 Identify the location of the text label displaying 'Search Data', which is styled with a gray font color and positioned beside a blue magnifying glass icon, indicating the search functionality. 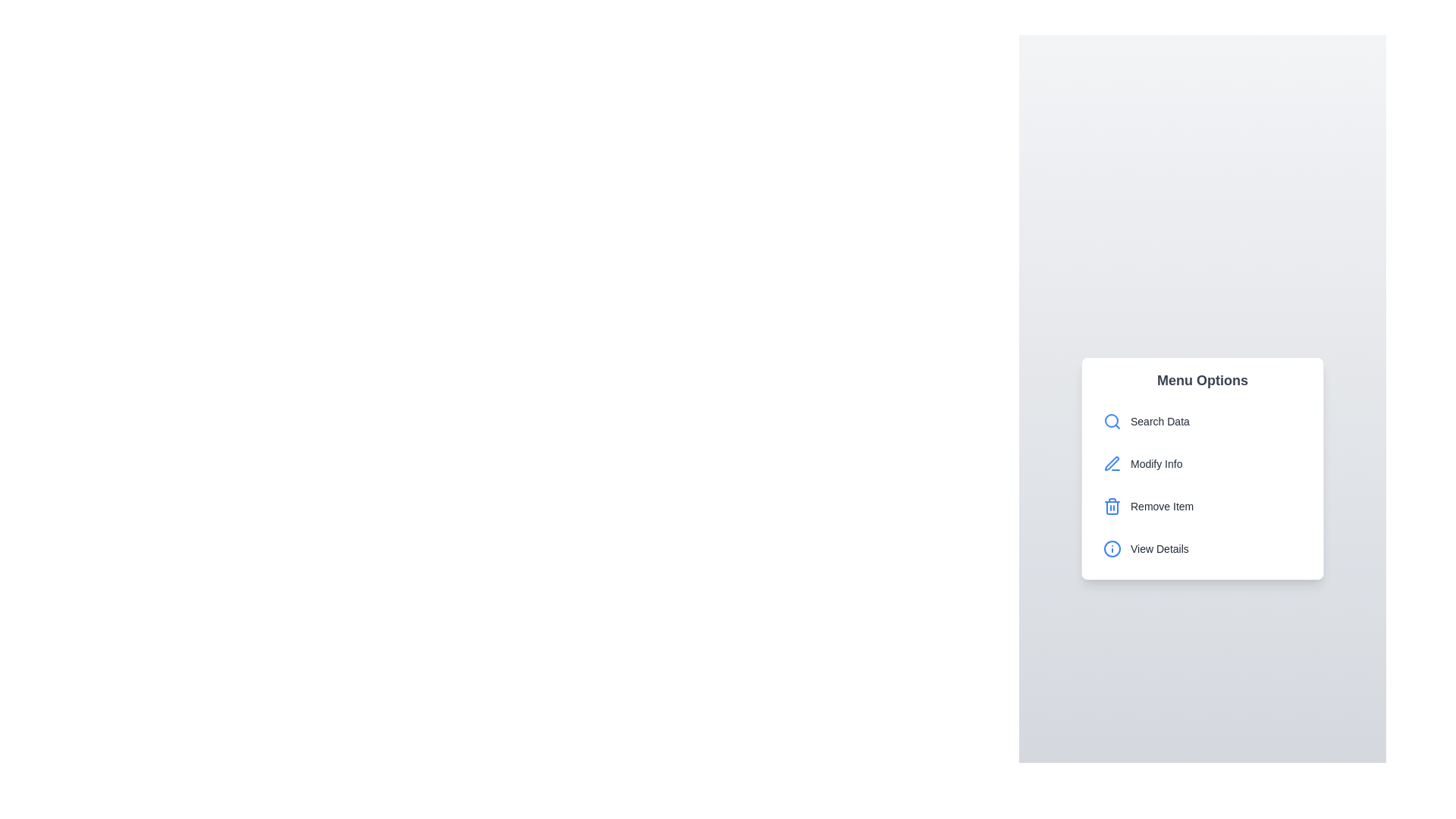
(1159, 421).